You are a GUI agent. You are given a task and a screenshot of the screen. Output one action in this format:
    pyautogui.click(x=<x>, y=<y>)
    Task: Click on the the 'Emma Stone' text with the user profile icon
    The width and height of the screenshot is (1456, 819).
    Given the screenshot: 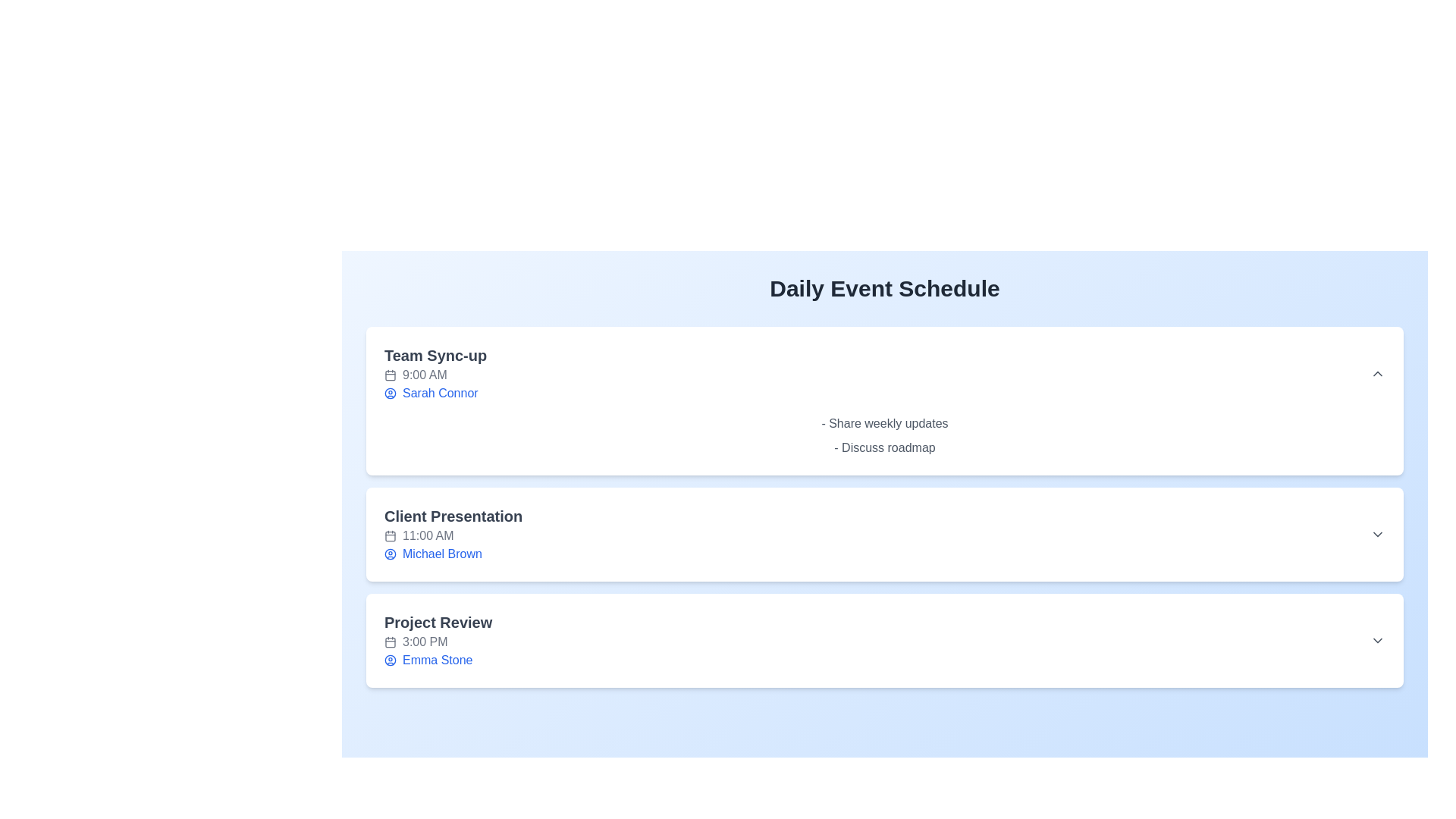 What is the action you would take?
    pyautogui.click(x=438, y=660)
    